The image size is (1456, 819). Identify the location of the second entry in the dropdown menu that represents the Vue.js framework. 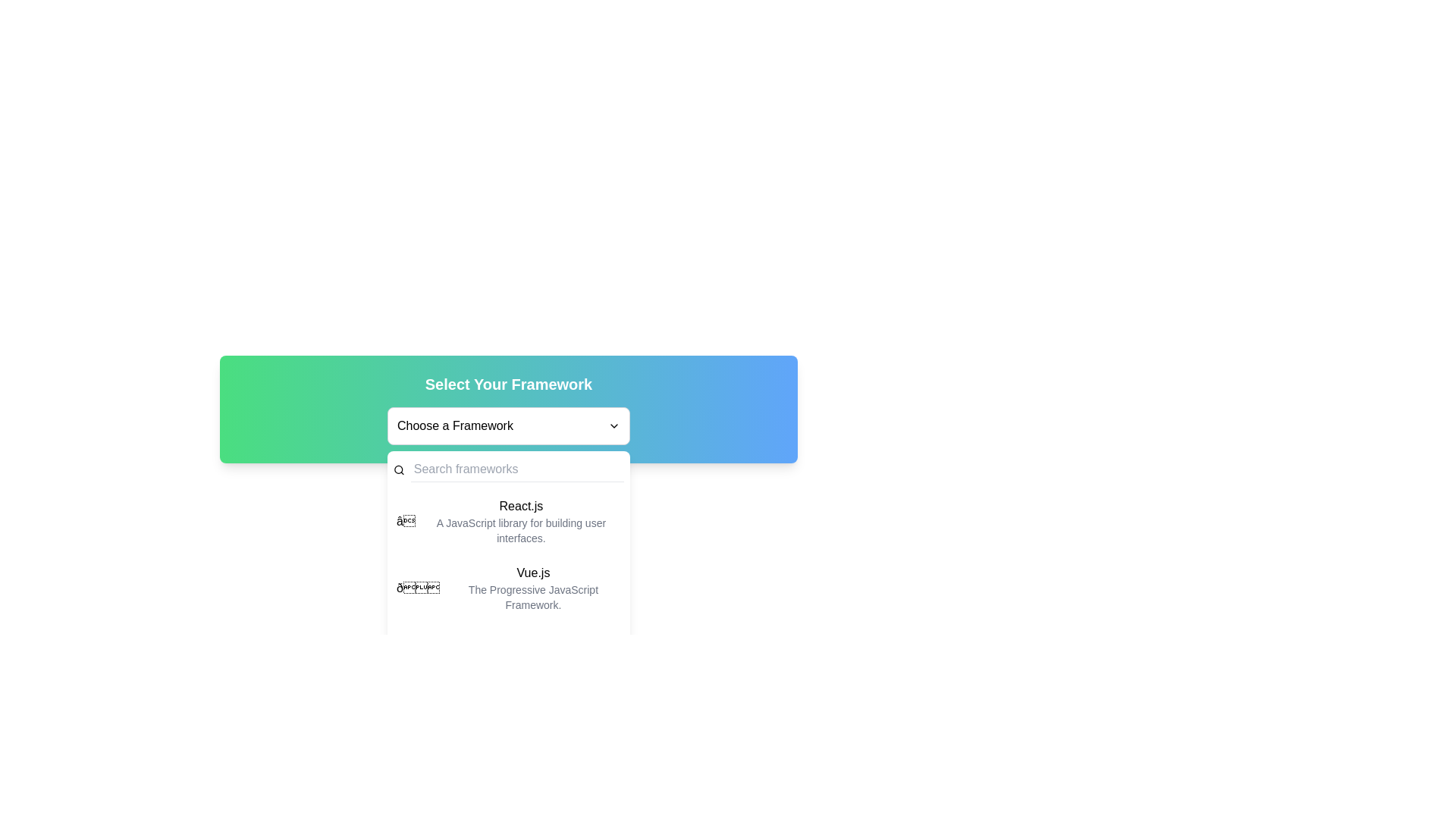
(509, 587).